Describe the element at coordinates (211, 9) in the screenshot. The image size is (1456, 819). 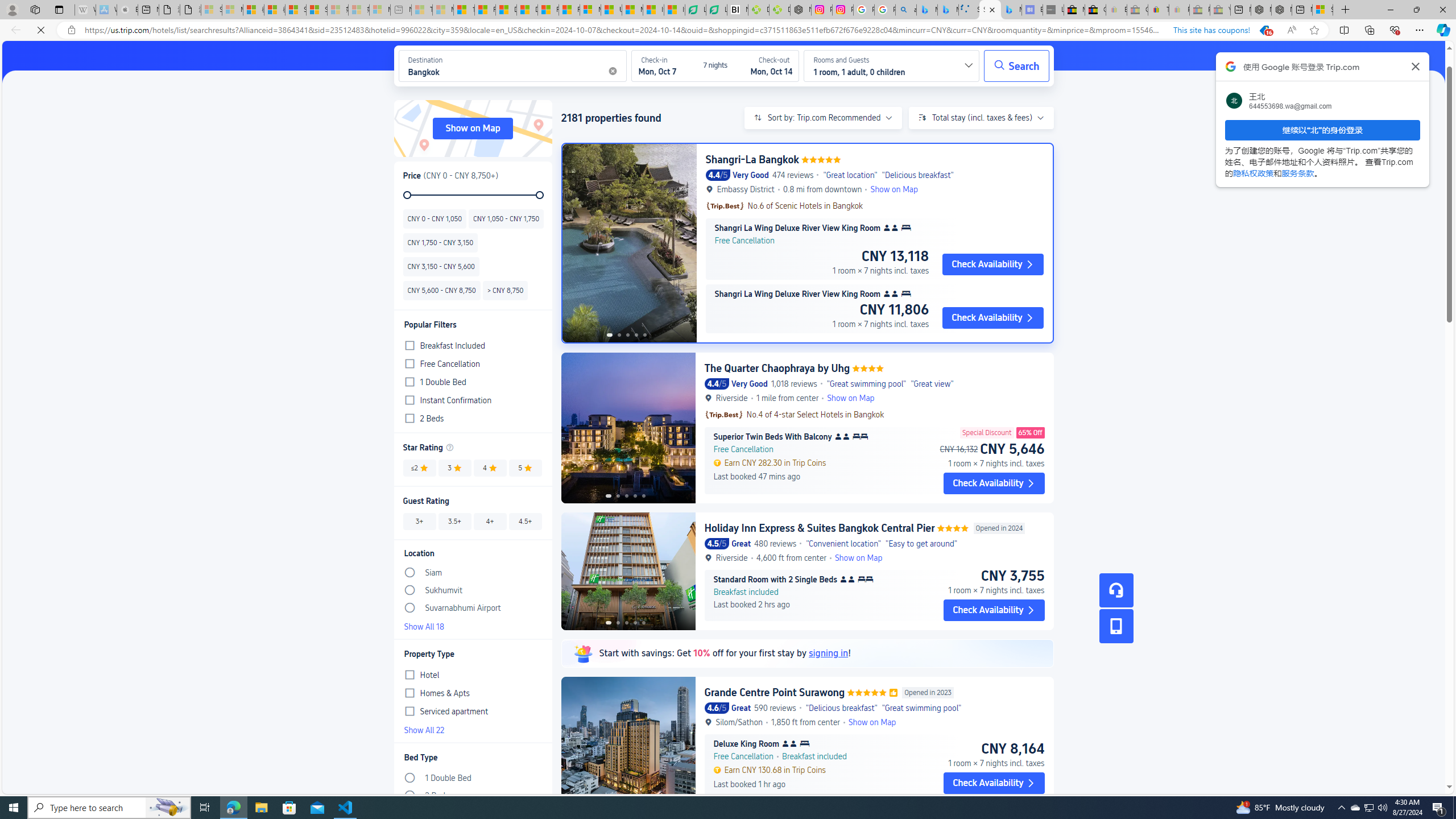
I see `'Sign in to your Microsoft account - Sleeping'` at that location.